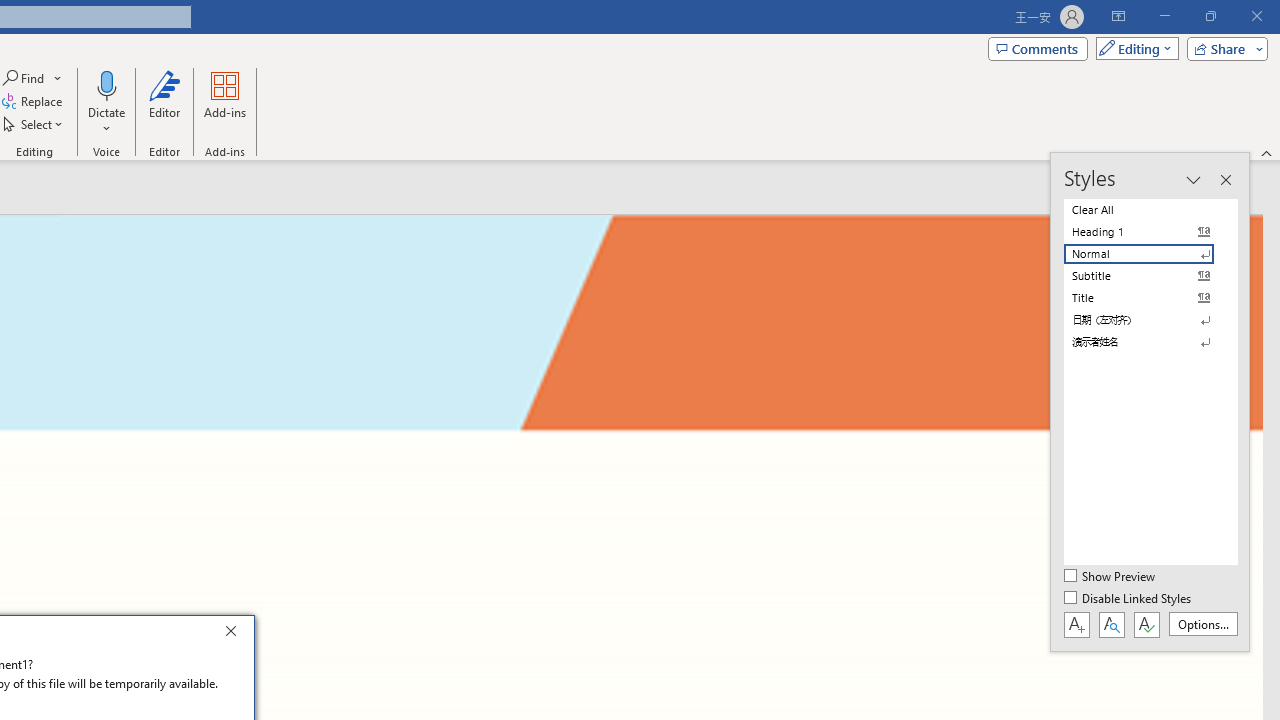 The height and width of the screenshot is (720, 1280). What do you see at coordinates (1110, 577) in the screenshot?
I see `'Show Preview'` at bounding box center [1110, 577].